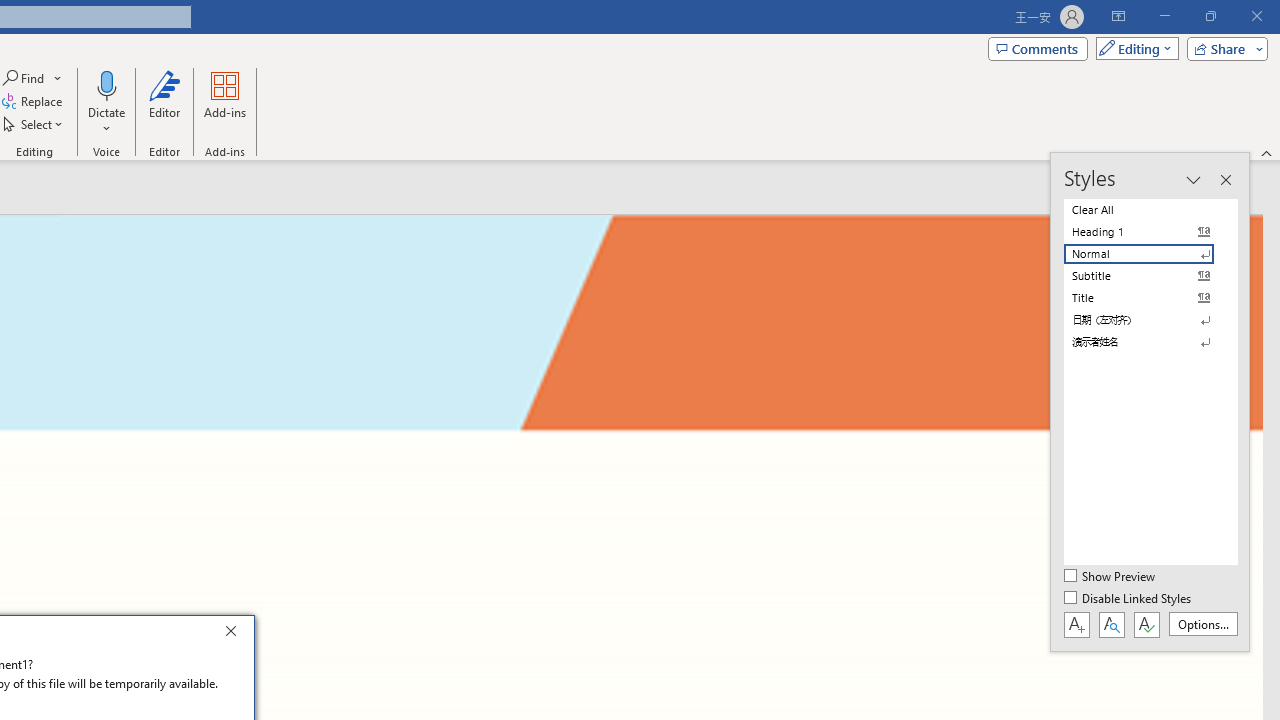 The height and width of the screenshot is (720, 1280). What do you see at coordinates (1110, 577) in the screenshot?
I see `'Show Preview'` at bounding box center [1110, 577].